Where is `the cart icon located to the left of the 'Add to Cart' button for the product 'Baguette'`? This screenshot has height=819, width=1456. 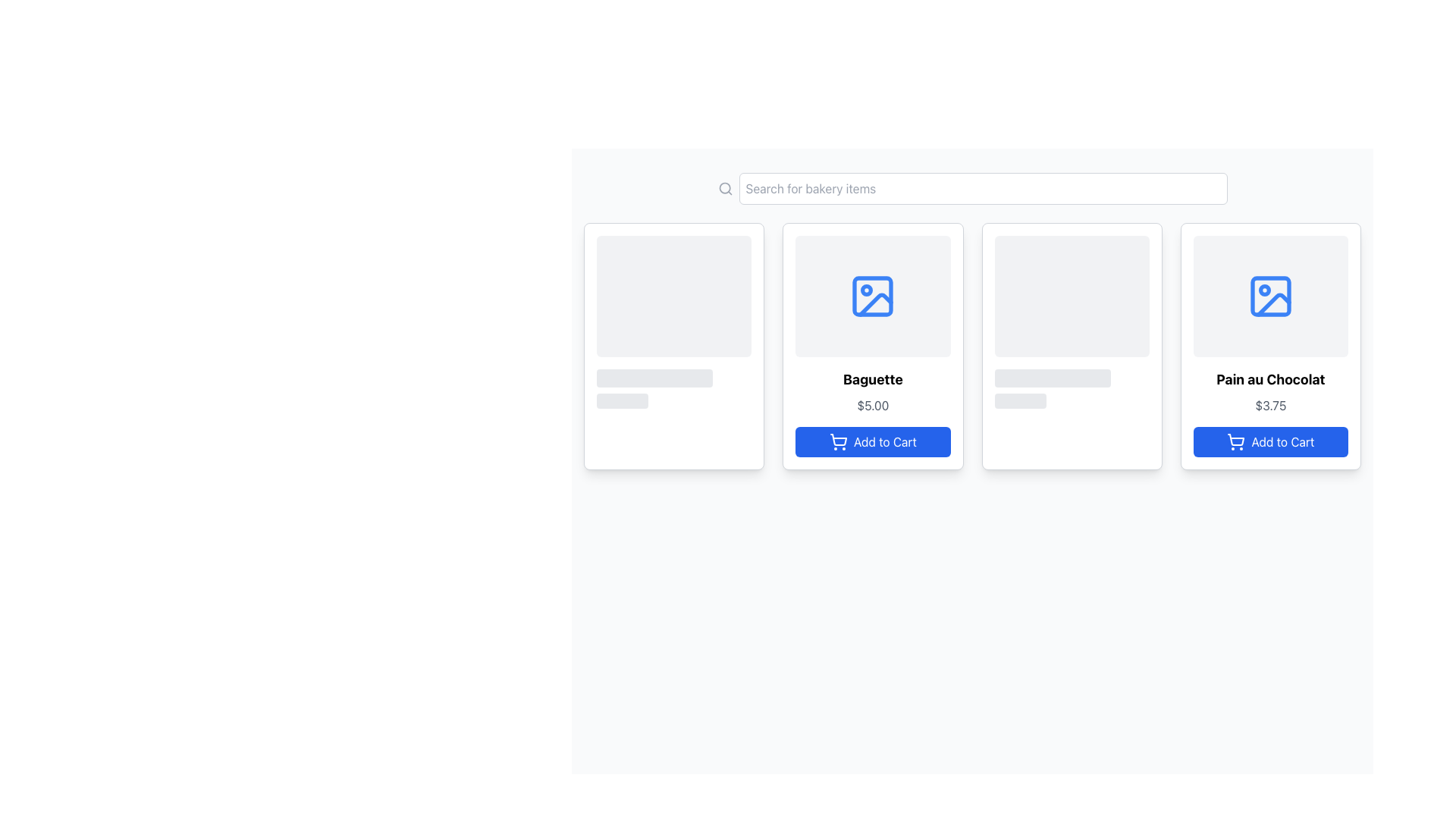
the cart icon located to the left of the 'Add to Cart' button for the product 'Baguette' is located at coordinates (837, 441).